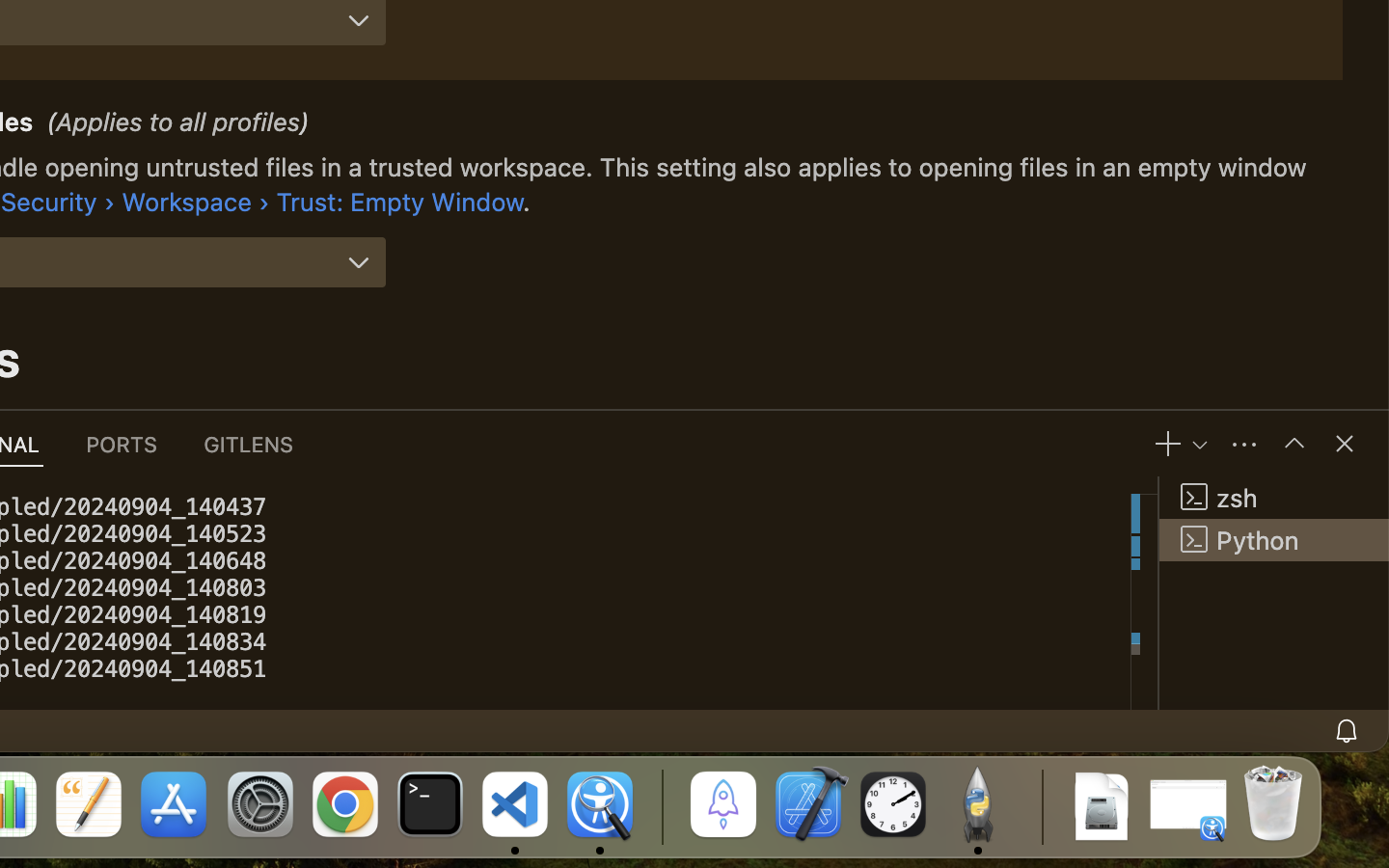 This screenshot has height=868, width=1389. Describe the element at coordinates (1273, 496) in the screenshot. I see `'zsh '` at that location.